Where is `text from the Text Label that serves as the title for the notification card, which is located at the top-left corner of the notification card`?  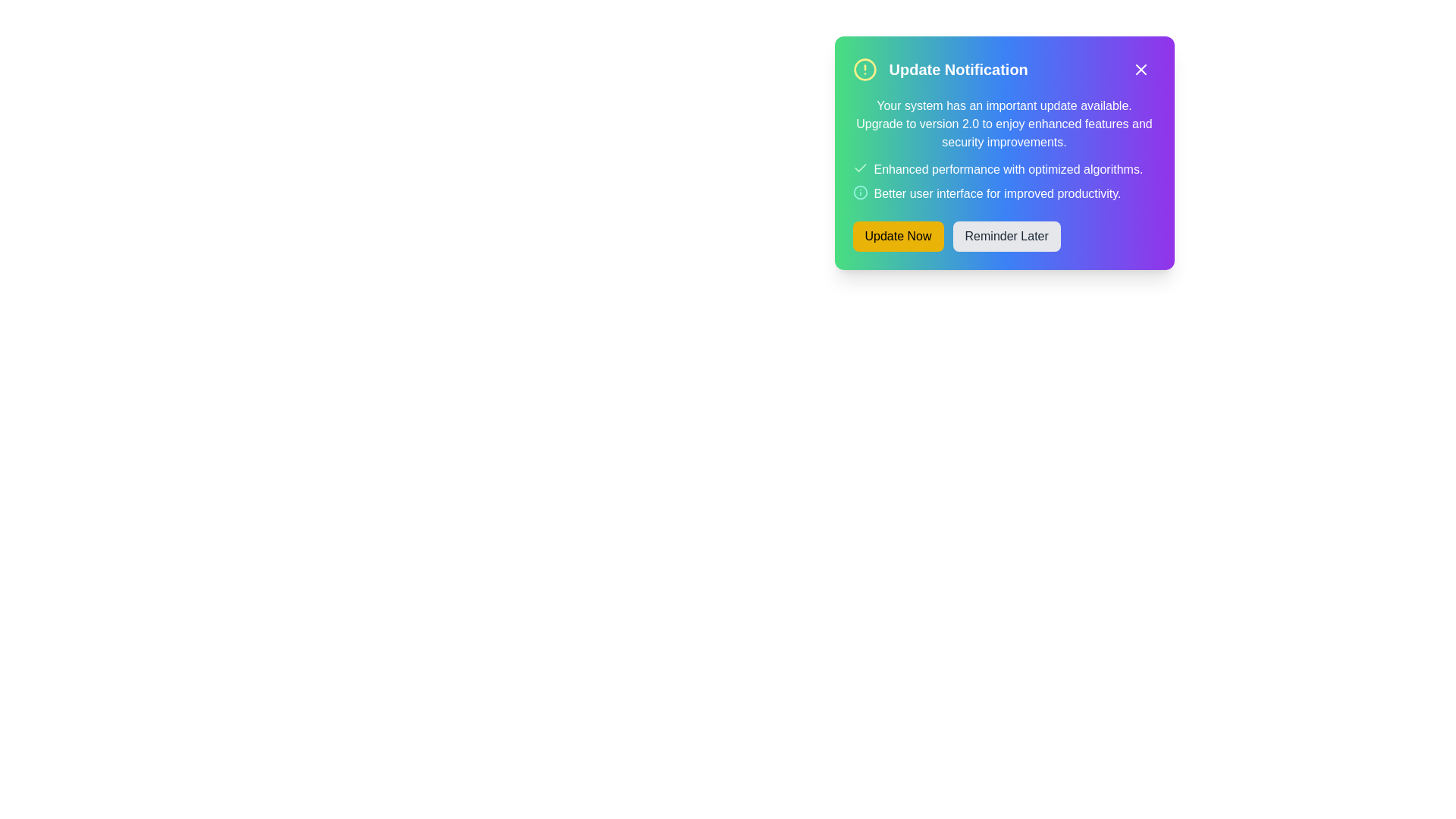 text from the Text Label that serves as the title for the notification card, which is located at the top-left corner of the notification card is located at coordinates (958, 70).